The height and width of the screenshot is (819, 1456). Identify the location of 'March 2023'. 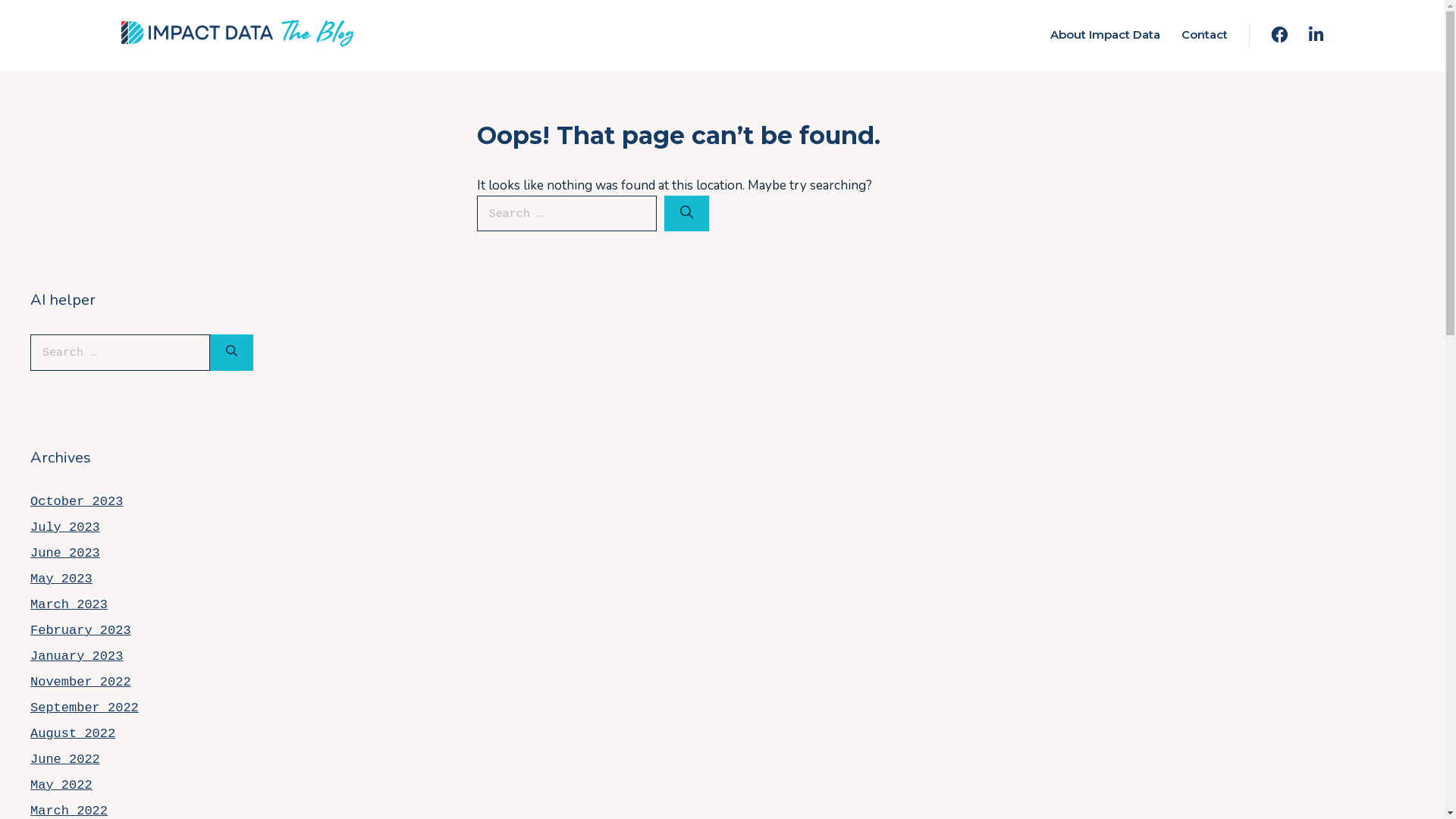
(68, 604).